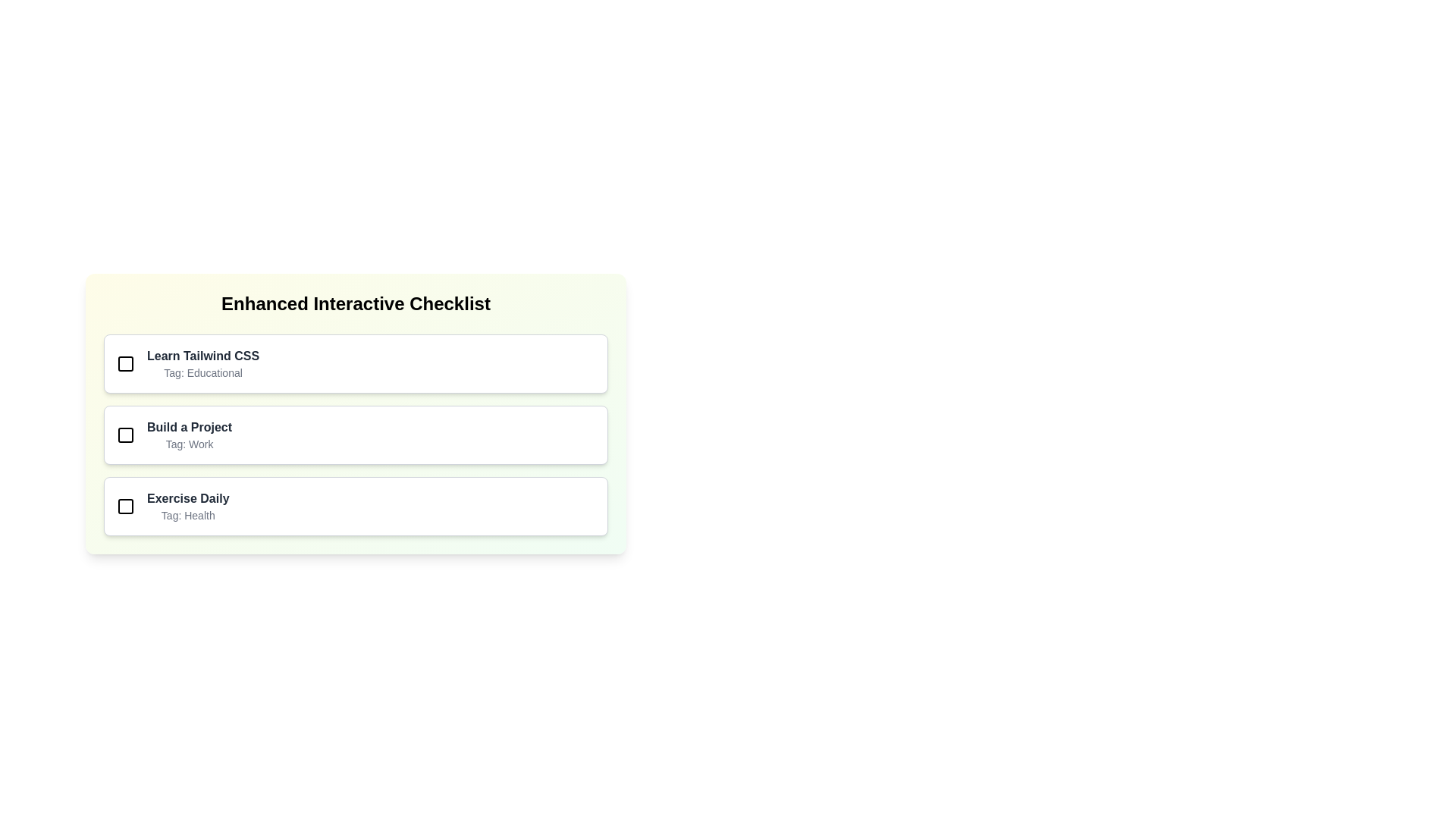  I want to click on the graphical checkbox marker located at the center of the second checkbox option in the 'Enhanced Interactive Checklist', so click(126, 435).